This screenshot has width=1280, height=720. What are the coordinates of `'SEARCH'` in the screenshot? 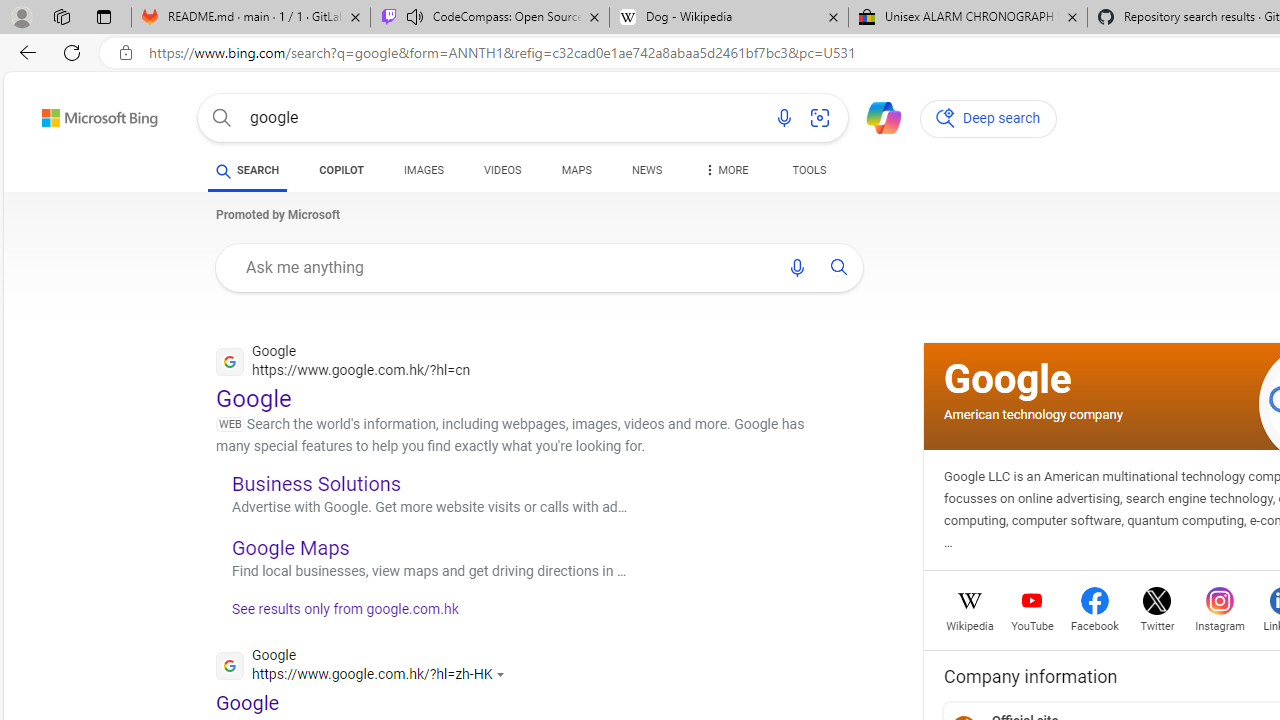 It's located at (246, 170).